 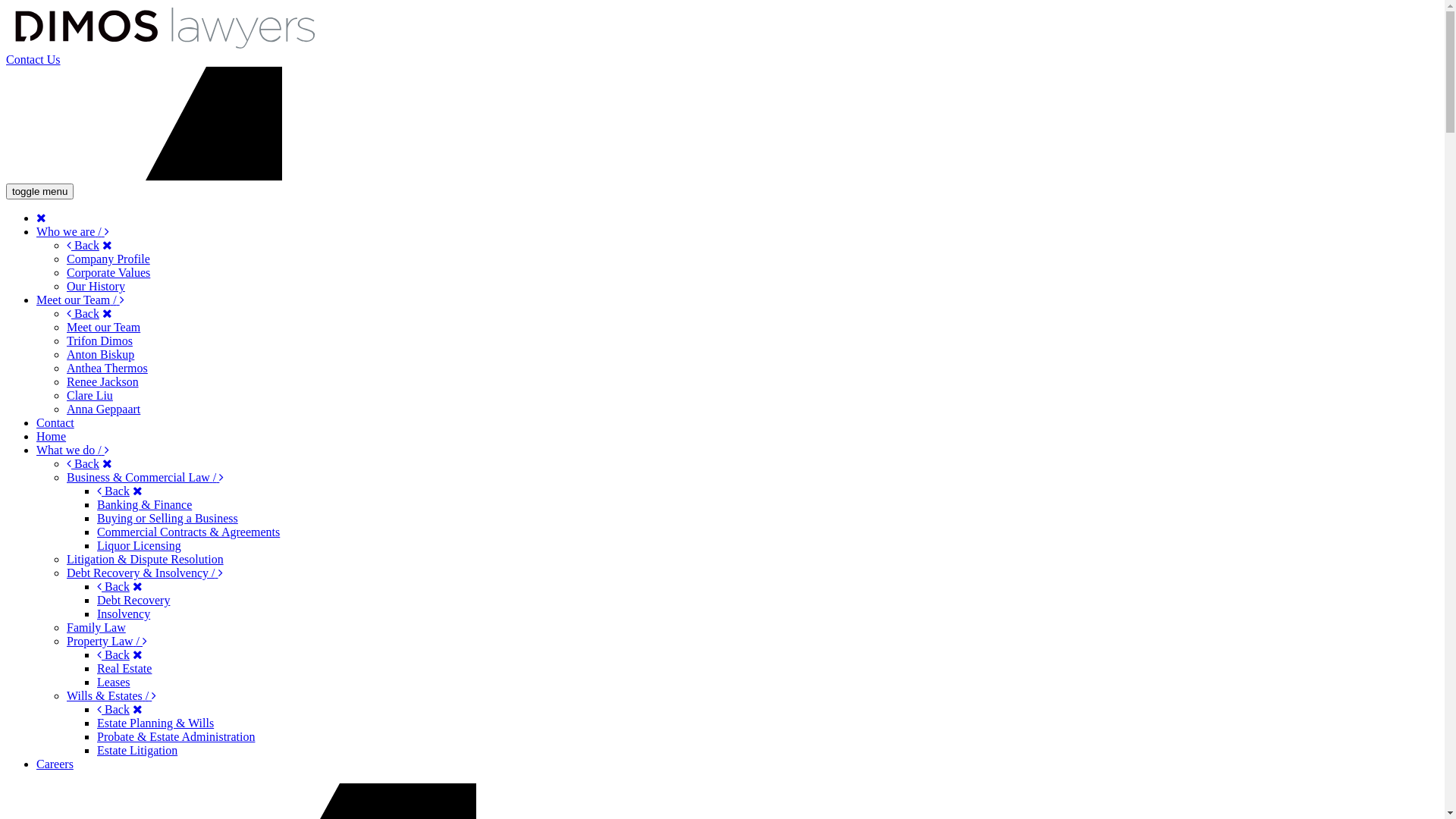 I want to click on 'Who we are /', so click(x=72, y=231).